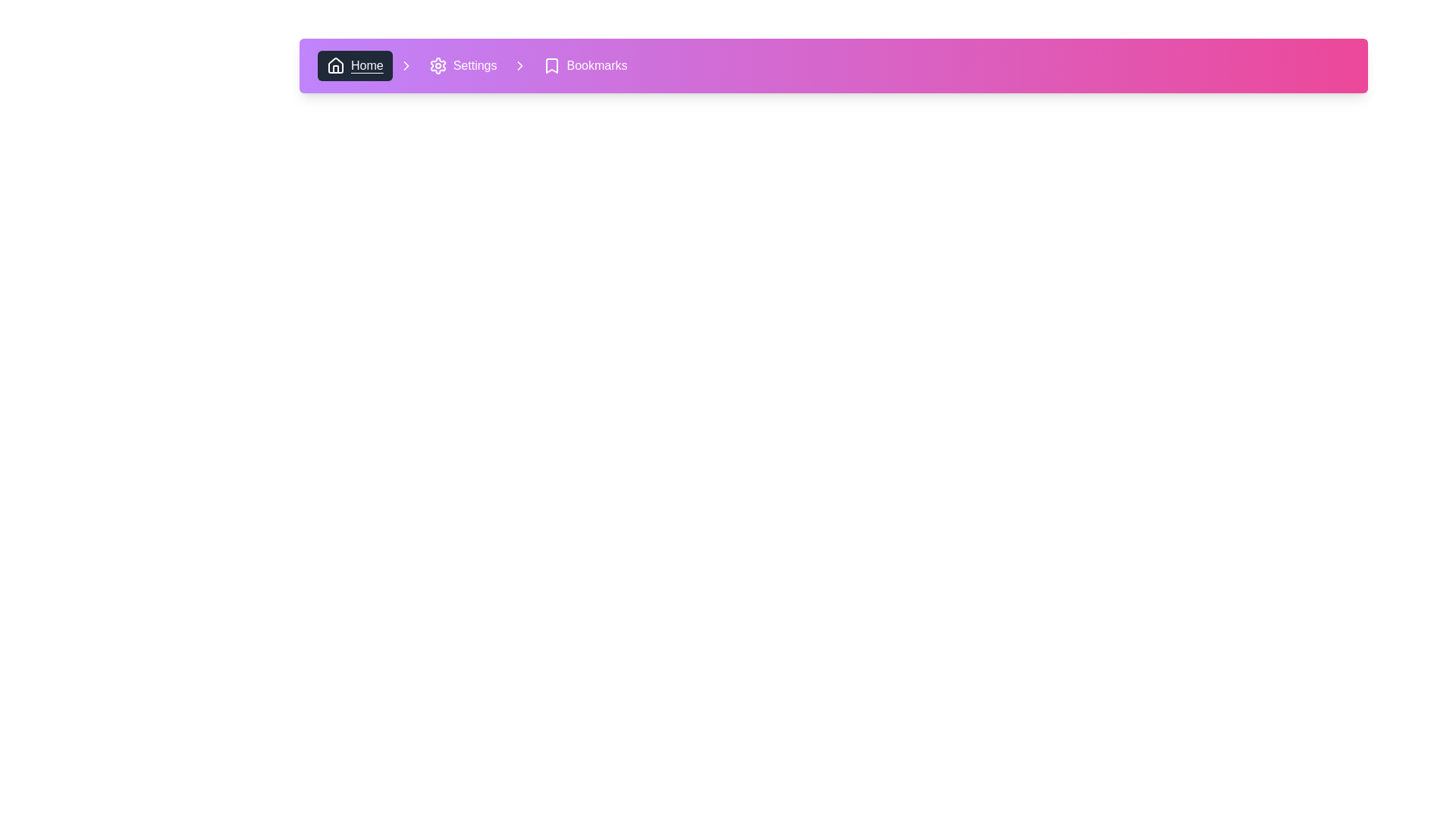  I want to click on the 'Bookmarks' text label in the navigation menu, which is located to the far right of the 'Settings' button and includes an icon to its left, so click(596, 65).